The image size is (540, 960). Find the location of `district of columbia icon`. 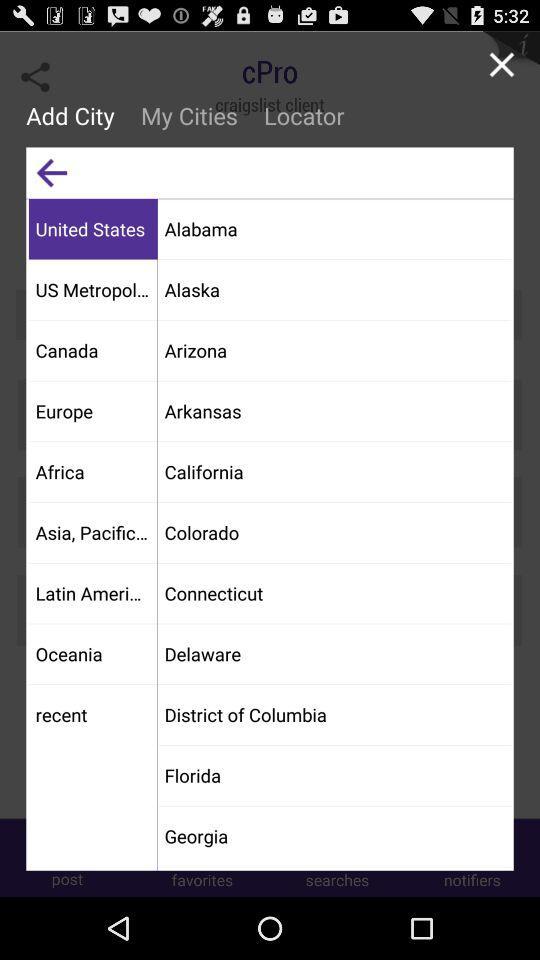

district of columbia icon is located at coordinates (334, 714).